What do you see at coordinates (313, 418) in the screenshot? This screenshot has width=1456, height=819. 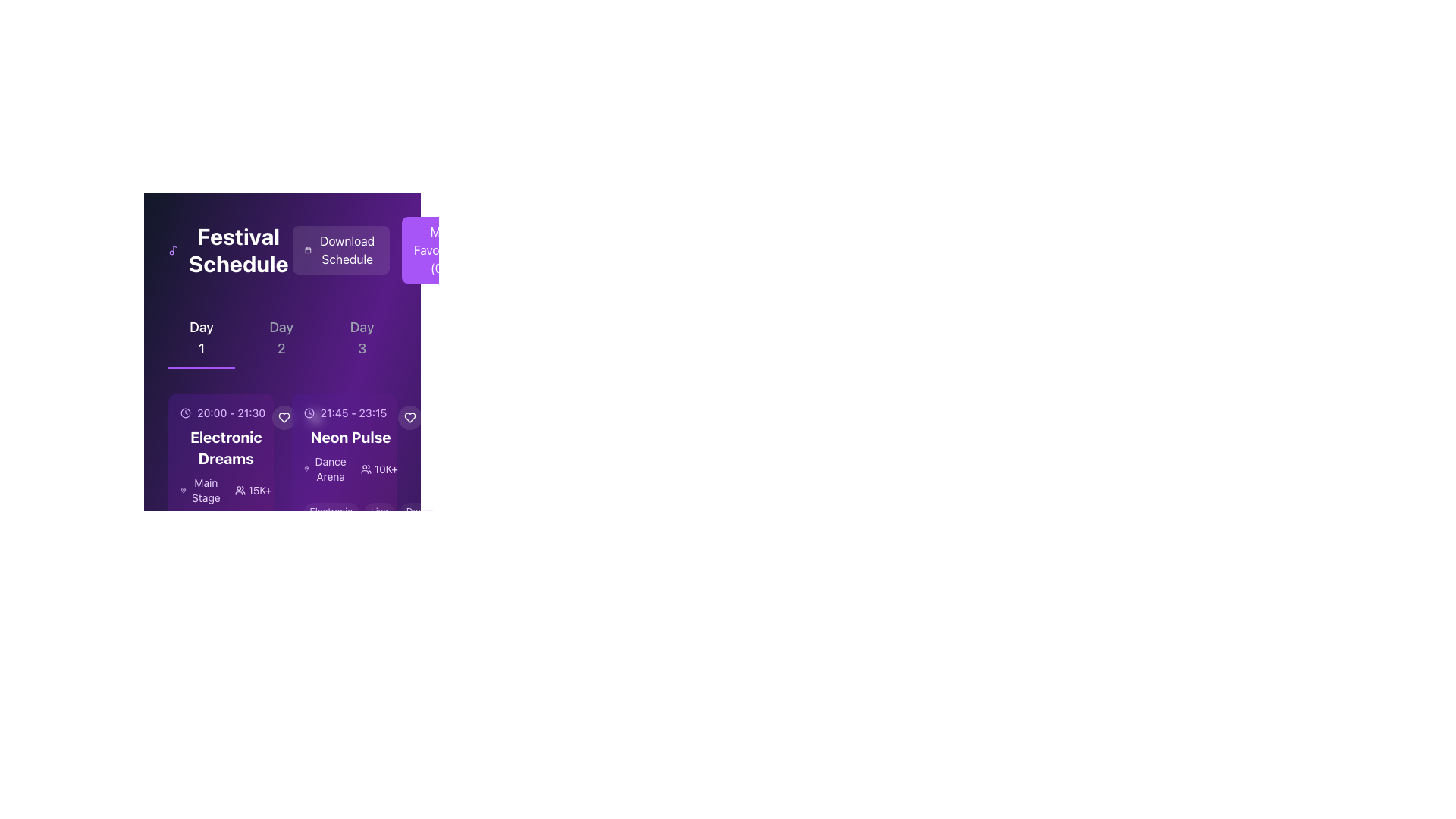 I see `the interactive circular button with a sharing glyph from its position in the second entry card under 'Day 1'` at bounding box center [313, 418].